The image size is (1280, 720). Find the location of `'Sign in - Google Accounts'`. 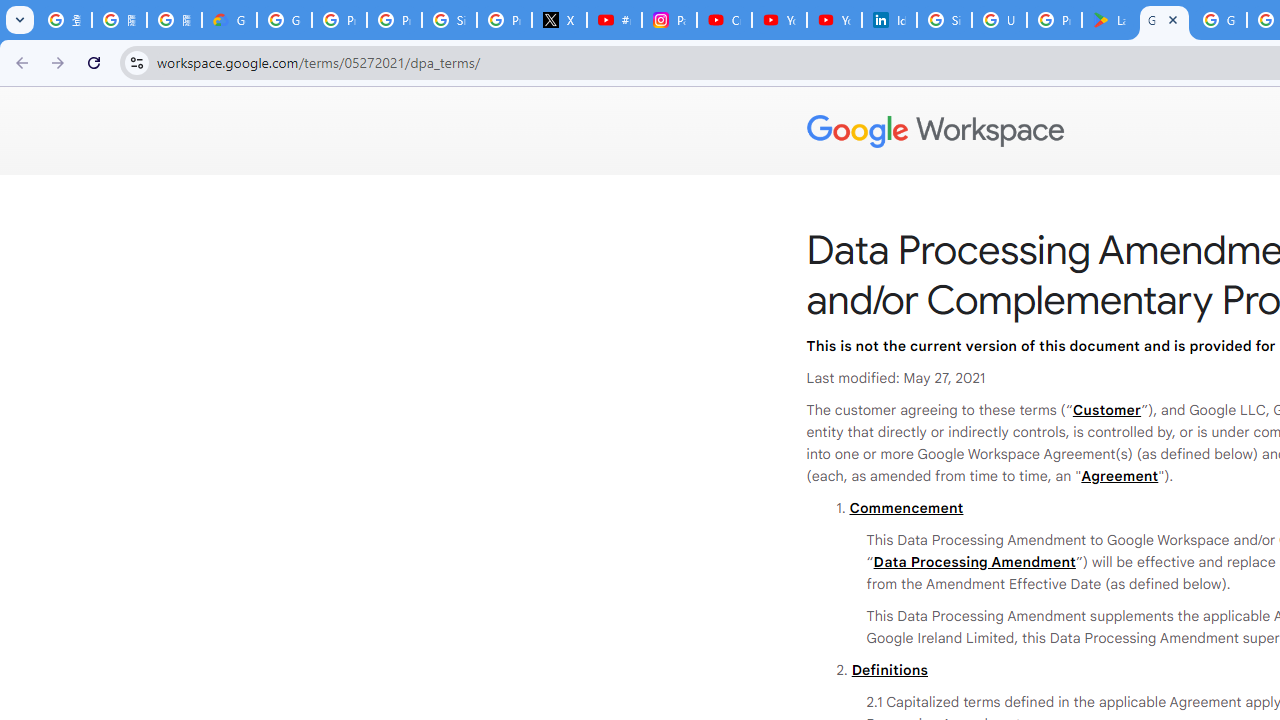

'Sign in - Google Accounts' is located at coordinates (943, 20).